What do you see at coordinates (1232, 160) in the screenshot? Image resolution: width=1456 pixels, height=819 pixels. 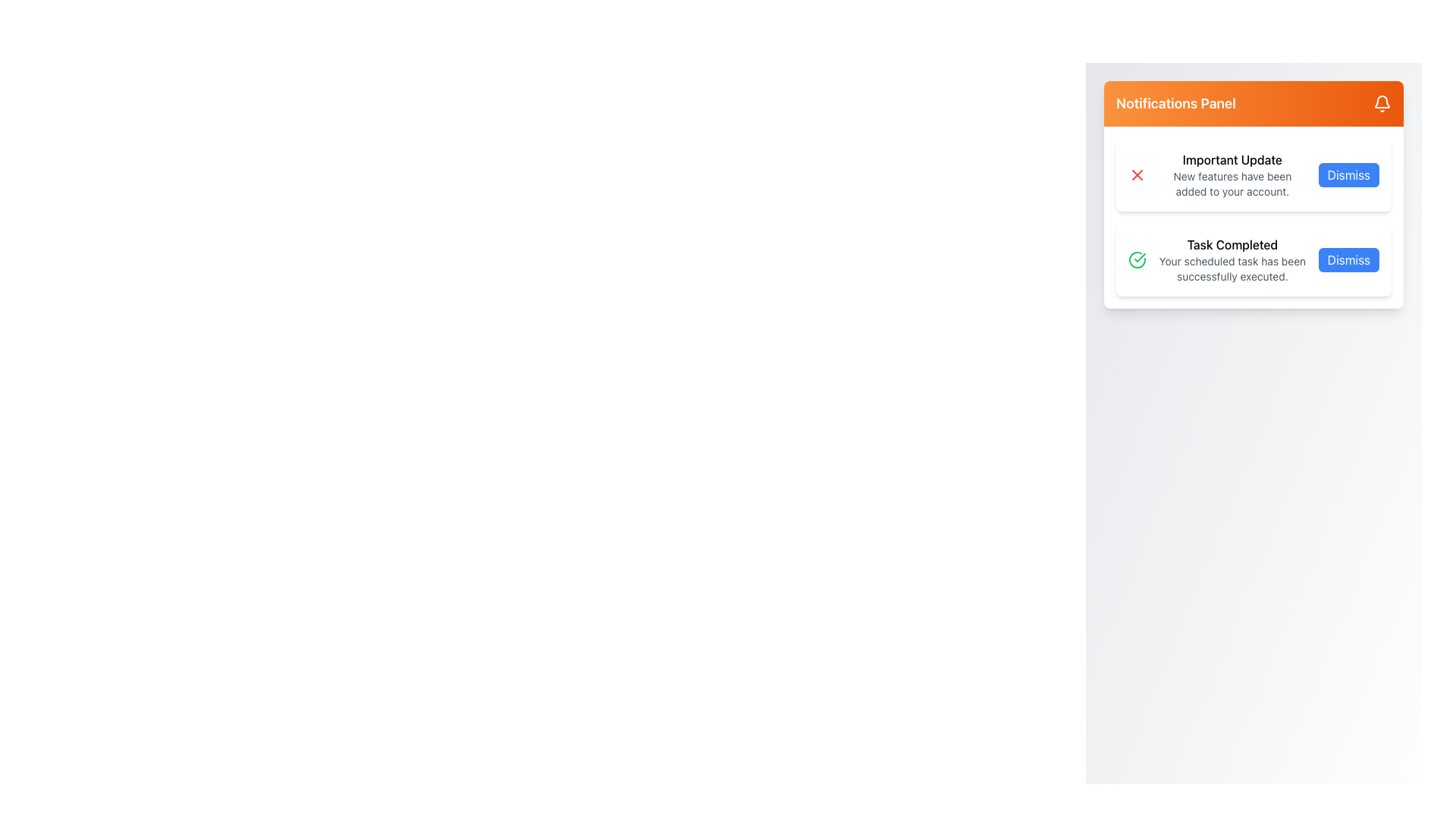 I see `text from the title label of the first notification in the notifications panel, which summarizes the notification's context` at bounding box center [1232, 160].